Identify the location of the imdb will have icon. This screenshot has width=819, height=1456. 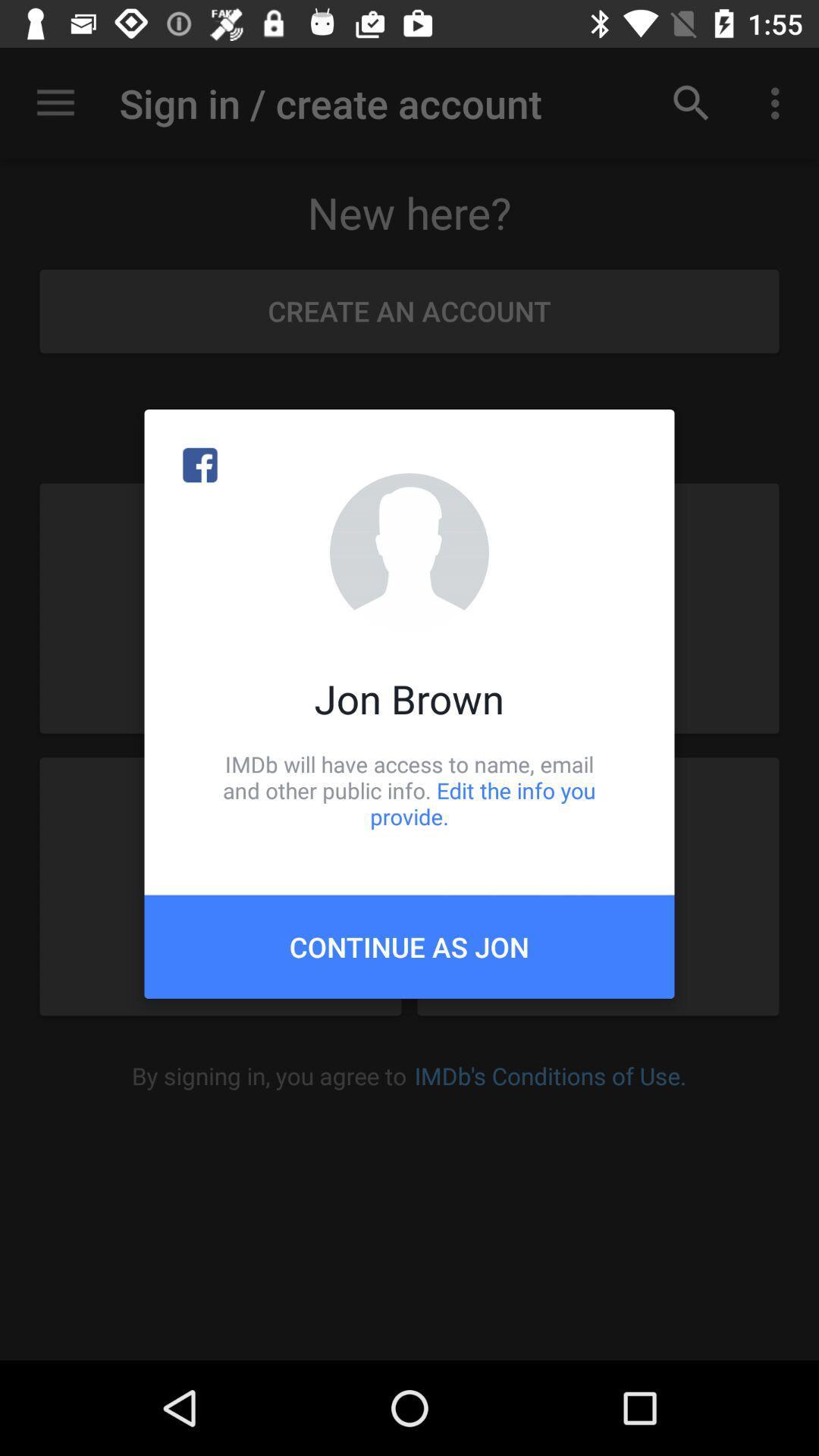
(409, 789).